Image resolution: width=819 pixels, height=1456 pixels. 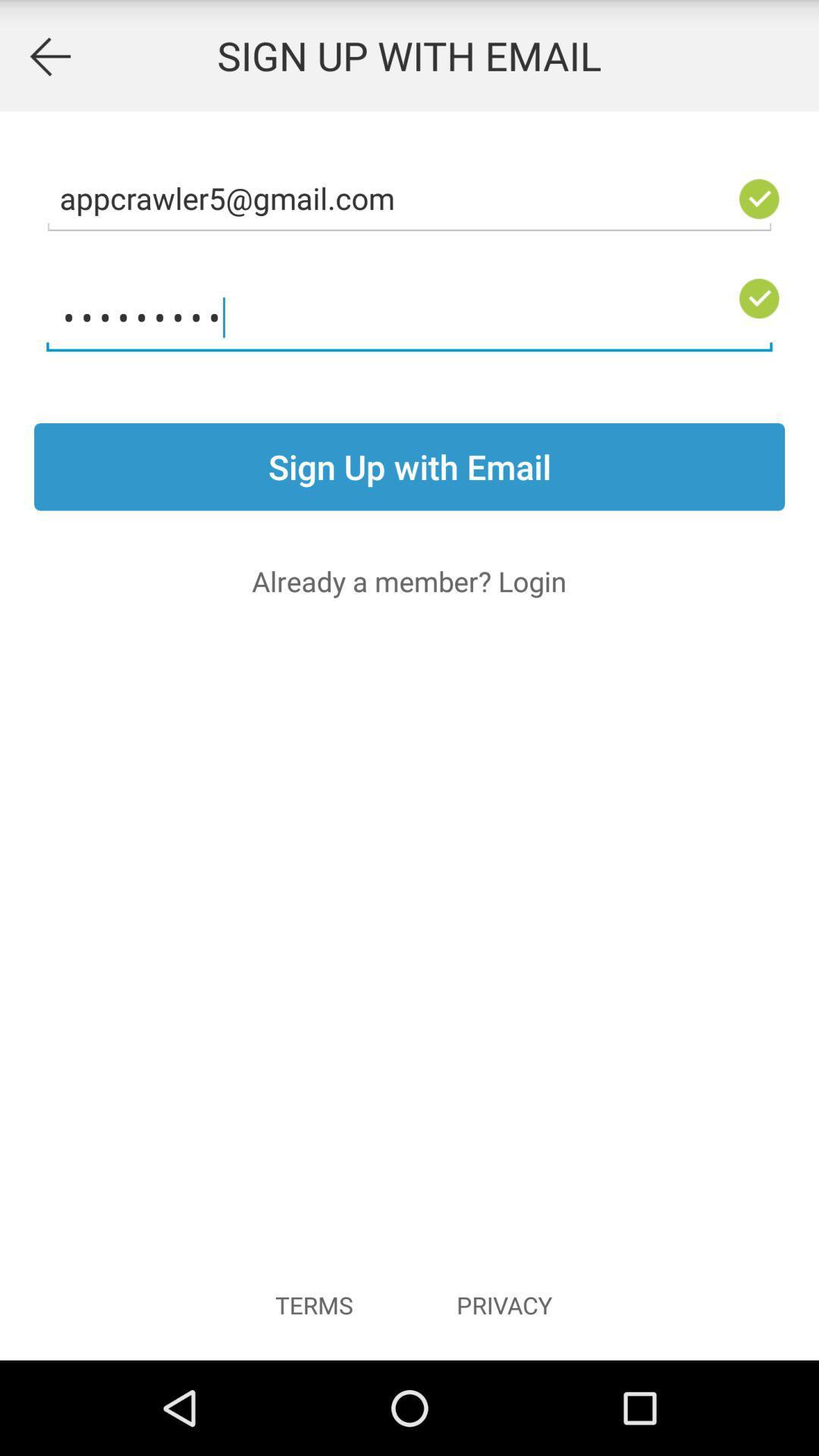 What do you see at coordinates (49, 55) in the screenshot?
I see `go back` at bounding box center [49, 55].